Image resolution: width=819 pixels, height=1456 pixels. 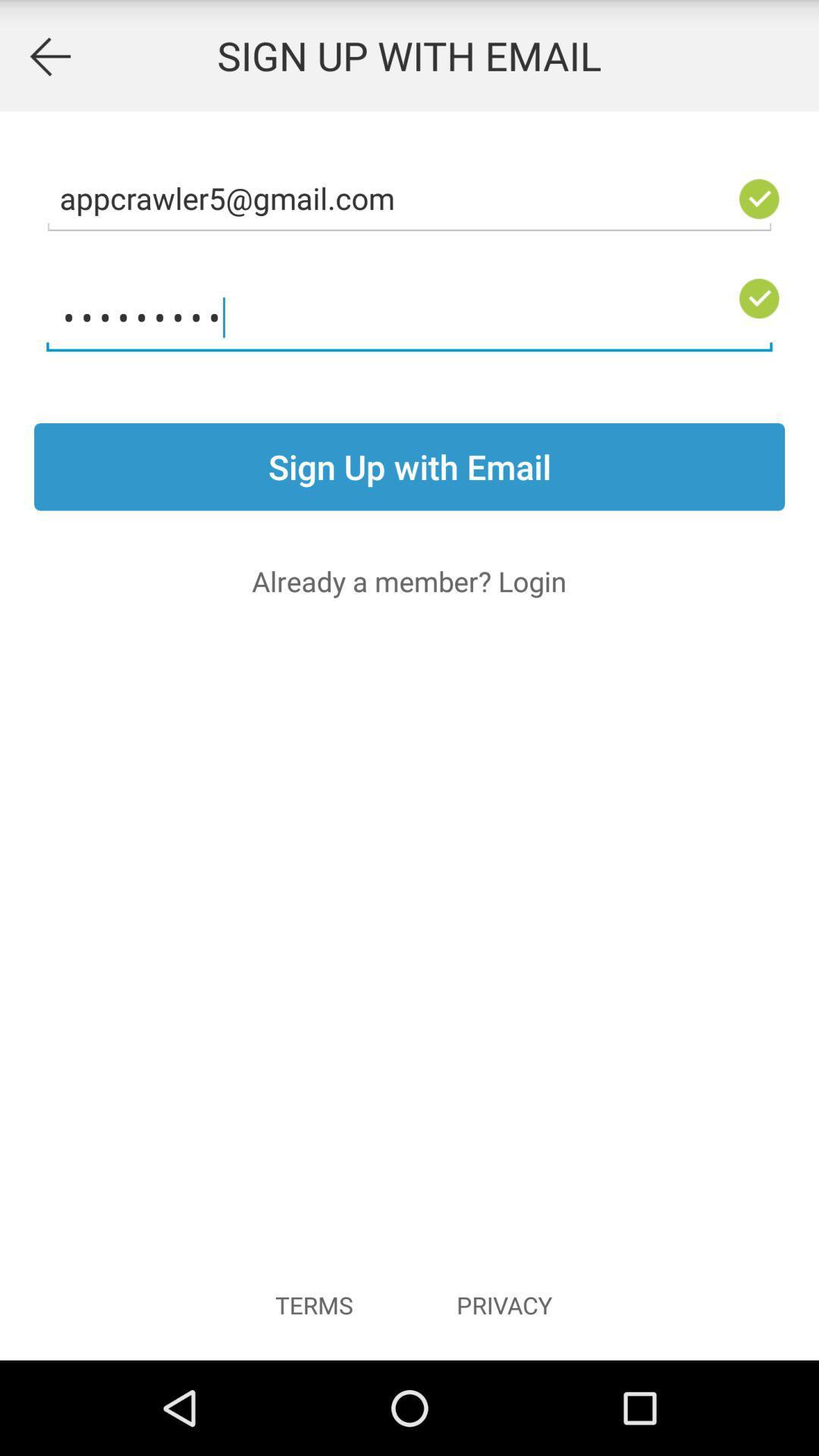 What do you see at coordinates (49, 55) in the screenshot?
I see `go back` at bounding box center [49, 55].